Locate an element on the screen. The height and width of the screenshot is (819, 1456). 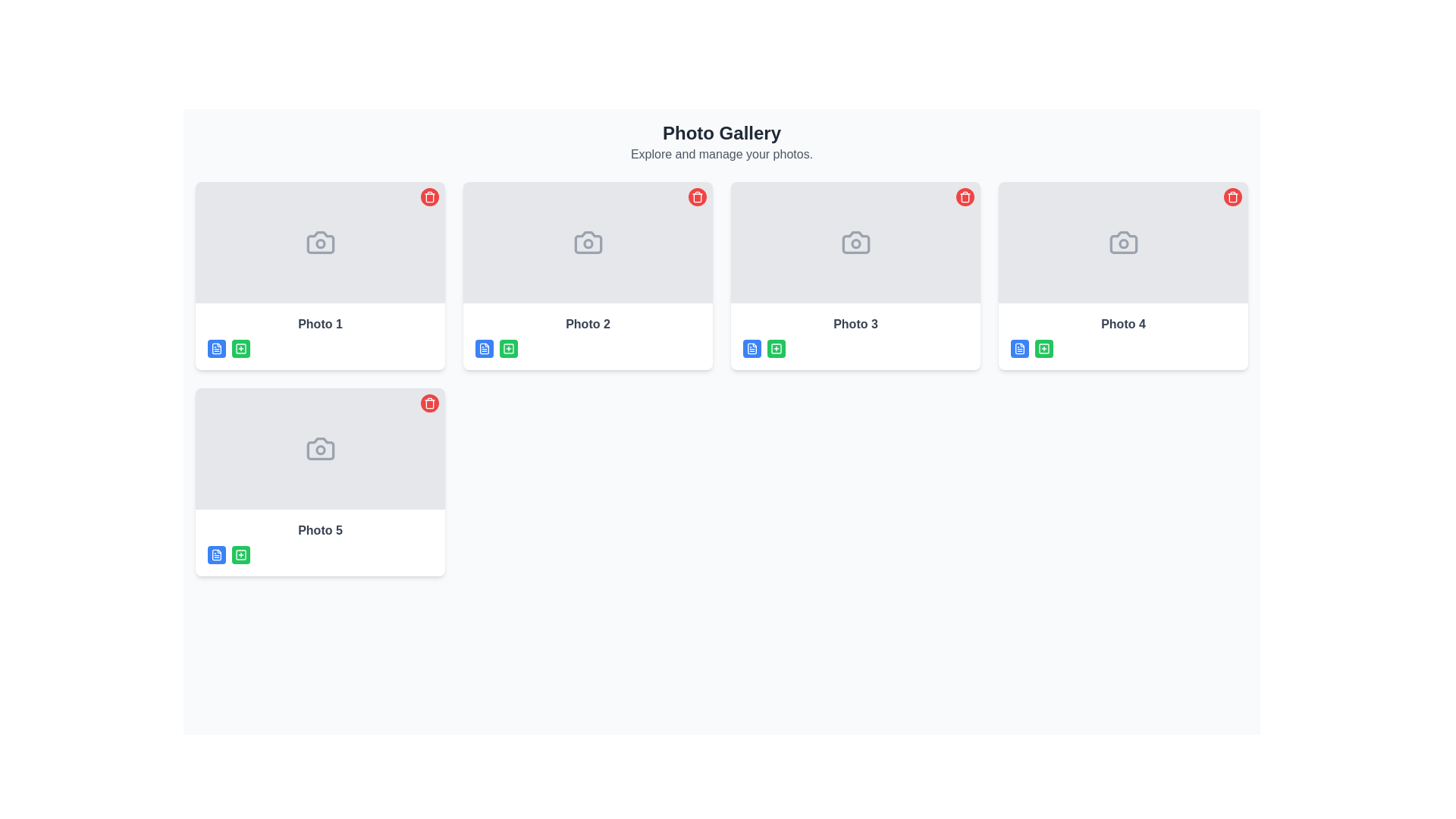
the camera icon, which is a simplistic outline style icon with a circular lens, located in the top-right row of the fourth panel labeled 'Photo' is located at coordinates (1123, 242).